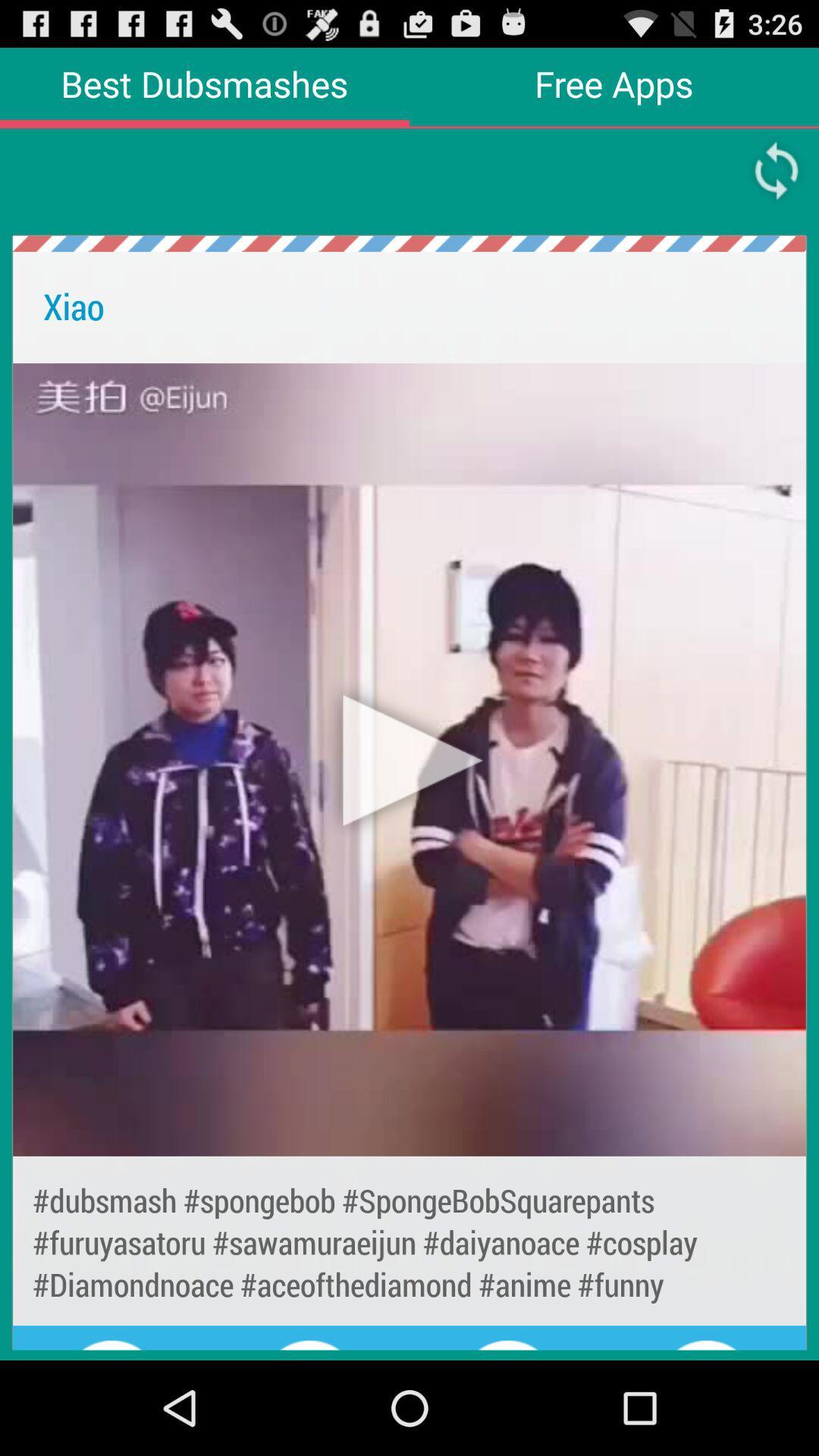 The height and width of the screenshot is (1456, 819). I want to click on refresh video, so click(777, 171).